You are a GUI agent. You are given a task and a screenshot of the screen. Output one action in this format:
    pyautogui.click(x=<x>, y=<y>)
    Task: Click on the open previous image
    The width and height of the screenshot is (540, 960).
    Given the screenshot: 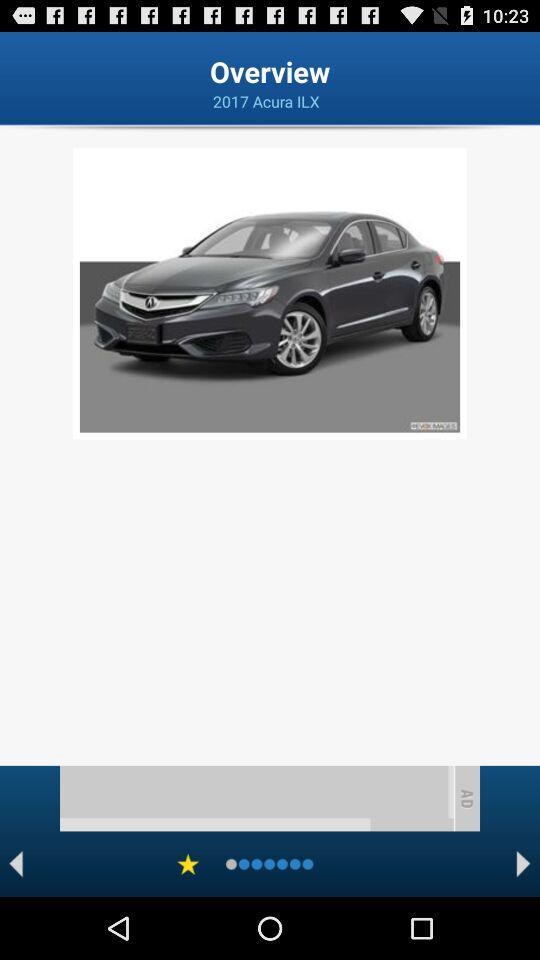 What is the action you would take?
    pyautogui.click(x=15, y=863)
    